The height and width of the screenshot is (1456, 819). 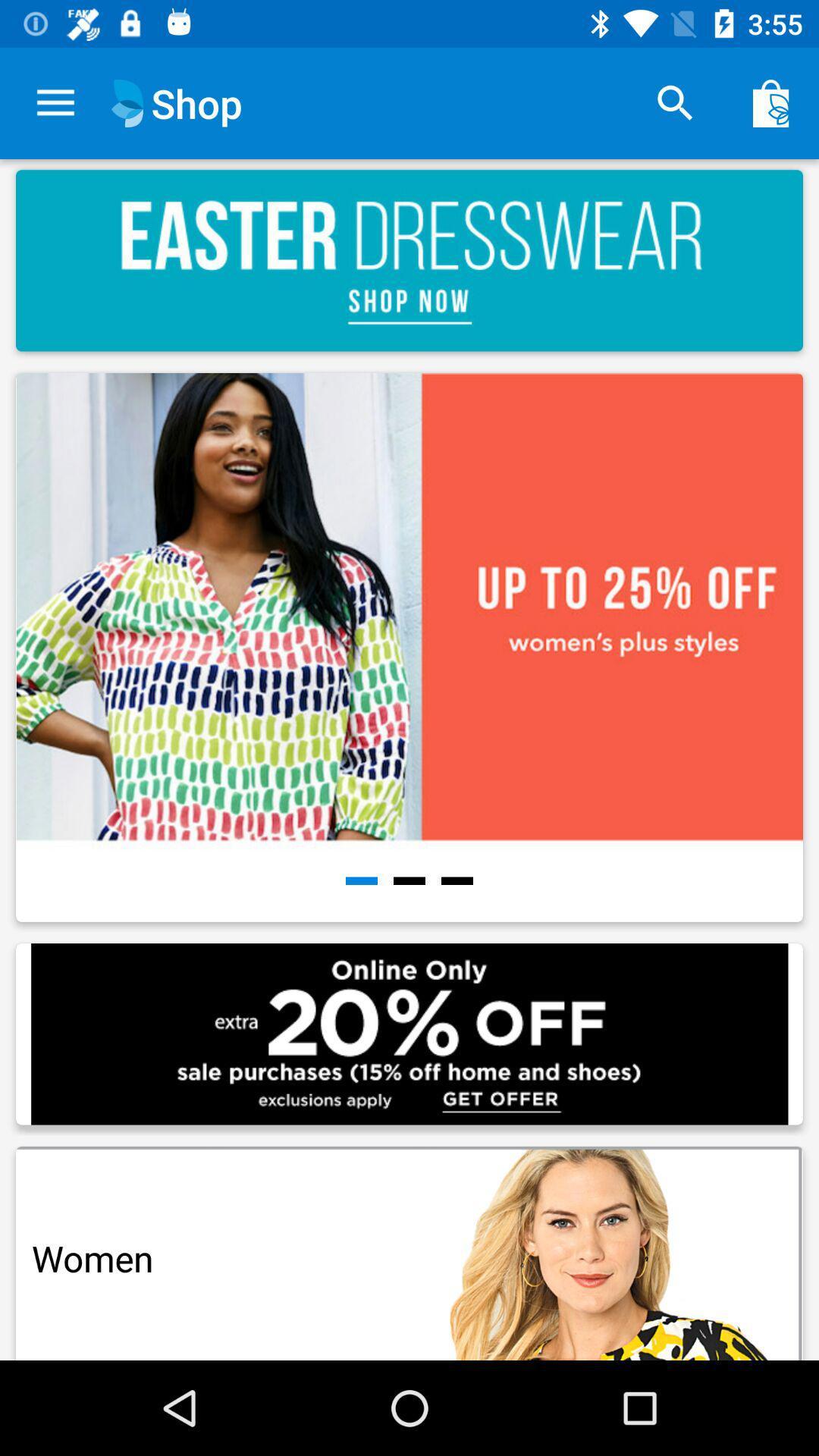 I want to click on the first image, so click(x=409, y=648).